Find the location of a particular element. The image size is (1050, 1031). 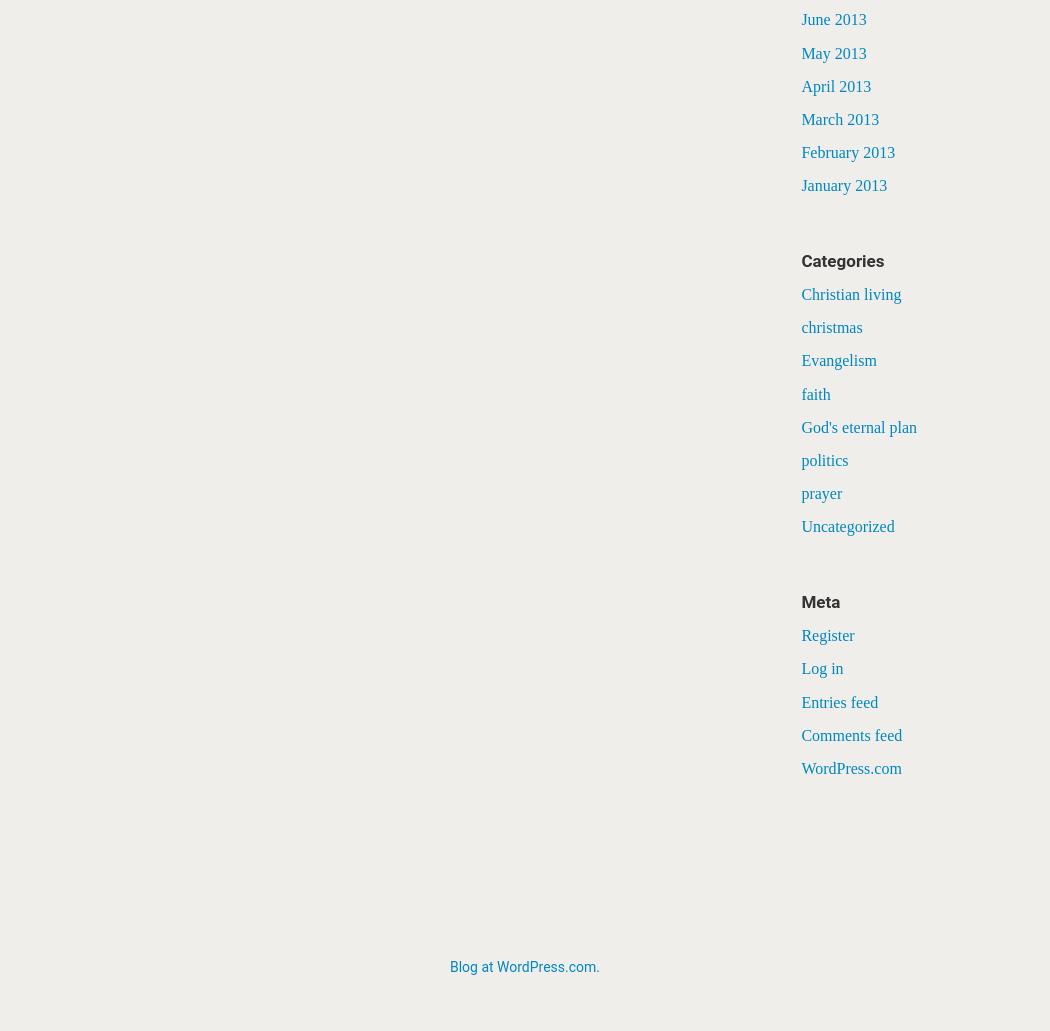

'Categories' is located at coordinates (842, 260).